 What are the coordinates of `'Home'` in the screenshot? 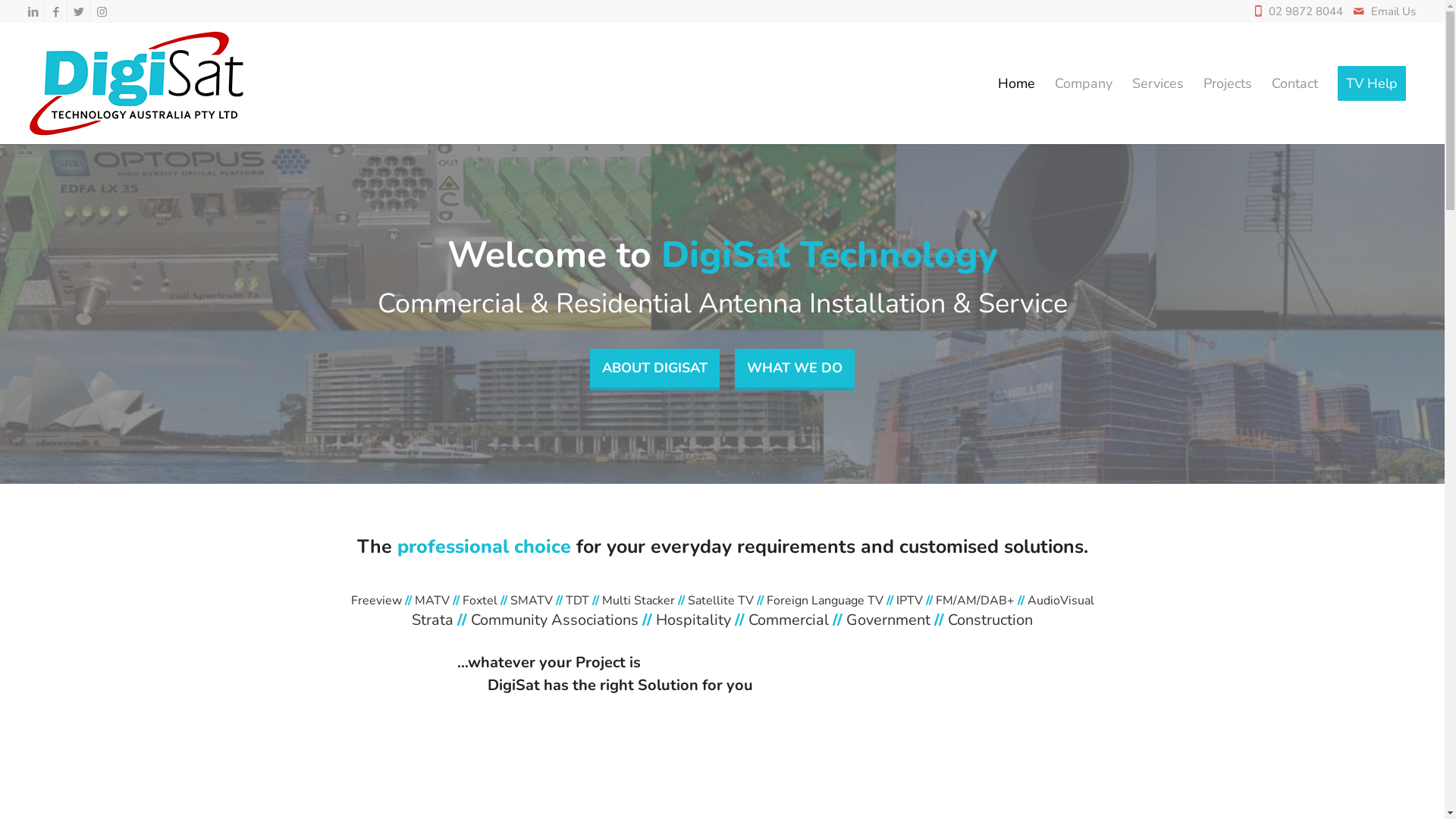 It's located at (1016, 83).